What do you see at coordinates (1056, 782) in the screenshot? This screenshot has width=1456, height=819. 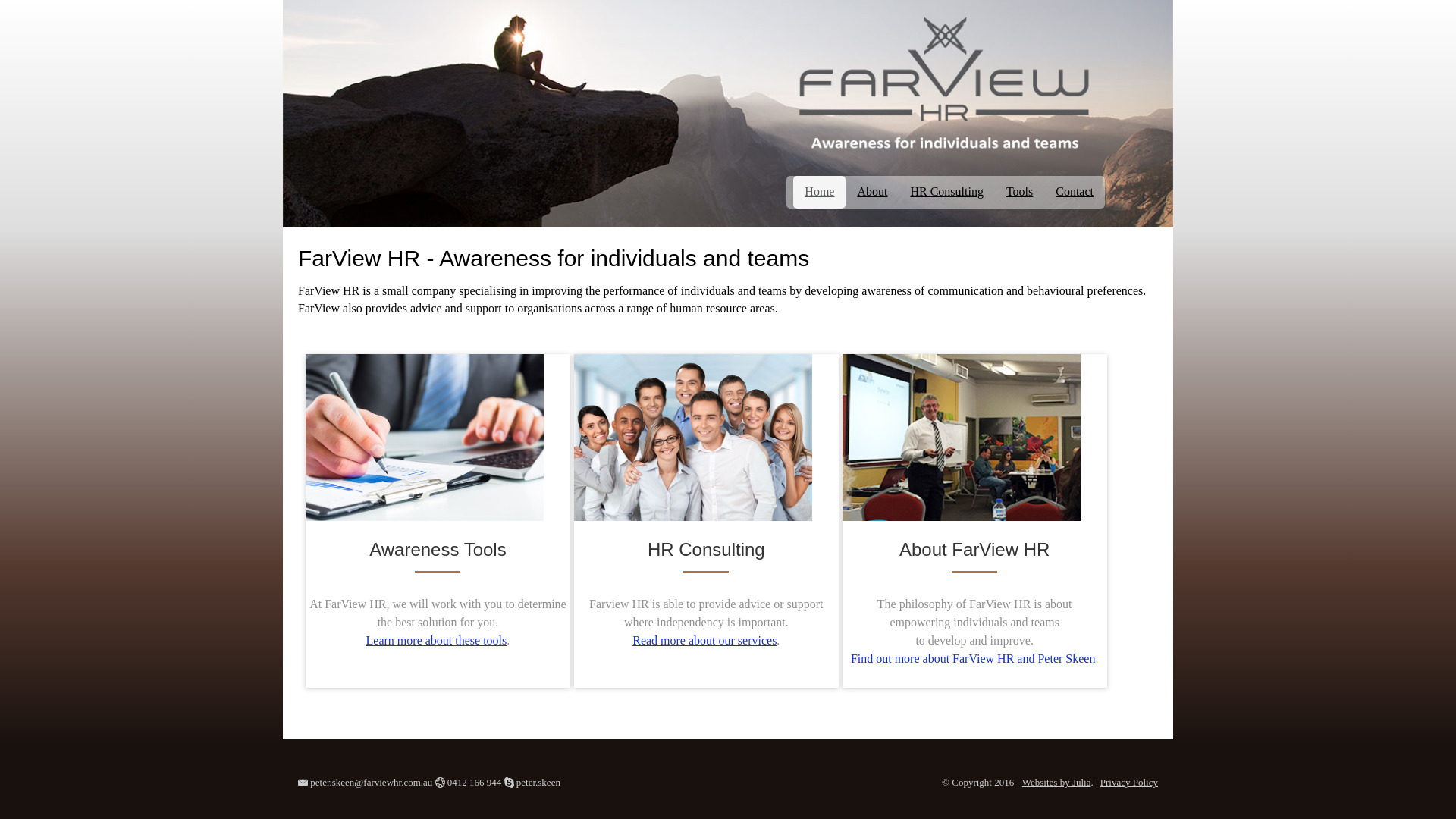 I see `'Websites by Julia'` at bounding box center [1056, 782].